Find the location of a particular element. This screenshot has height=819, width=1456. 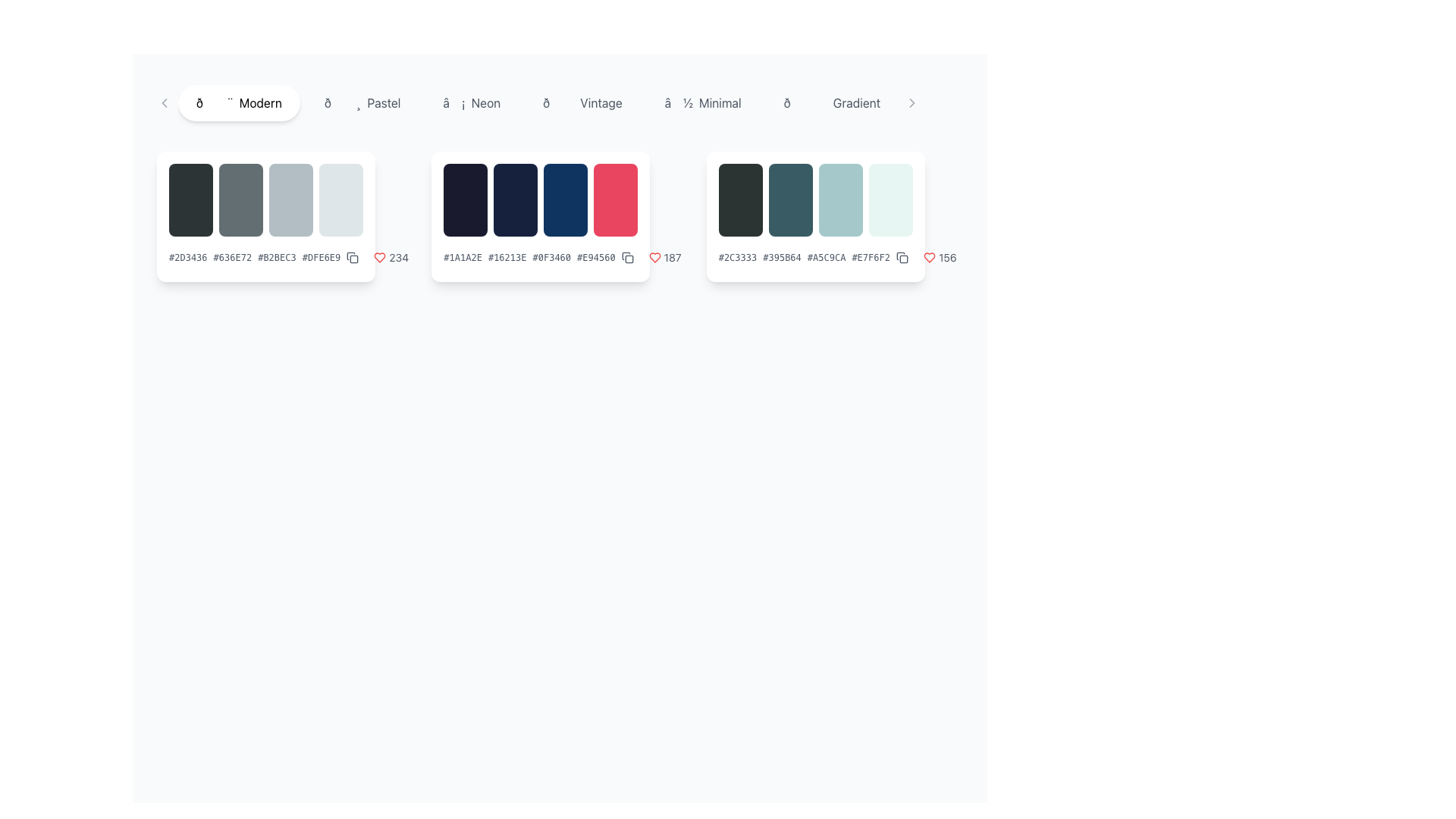

the third color swatch in the horizontal group of blocks under the 'Vintage' category is located at coordinates (565, 199).